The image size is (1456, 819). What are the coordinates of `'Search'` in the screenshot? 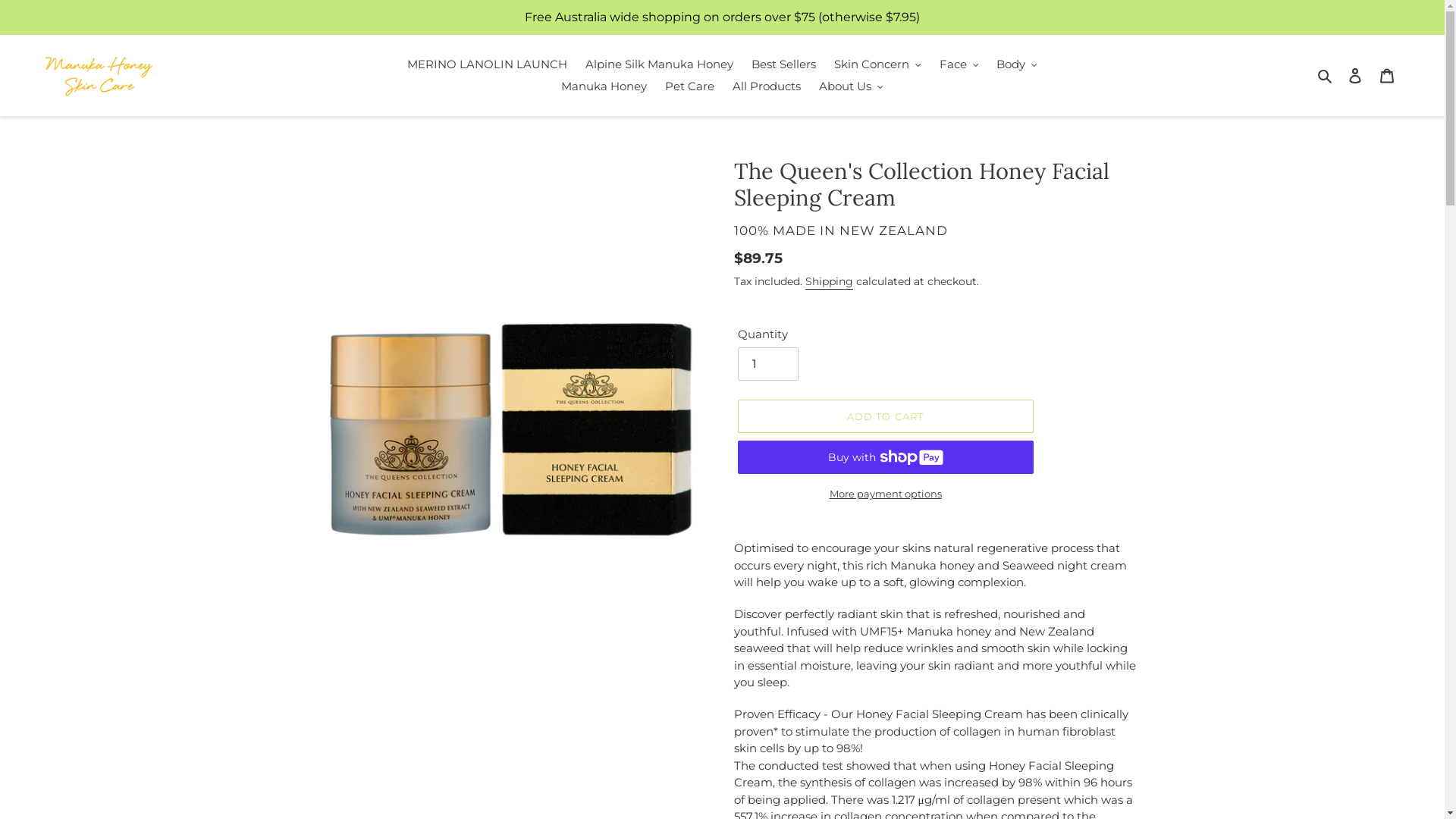 It's located at (1325, 75).